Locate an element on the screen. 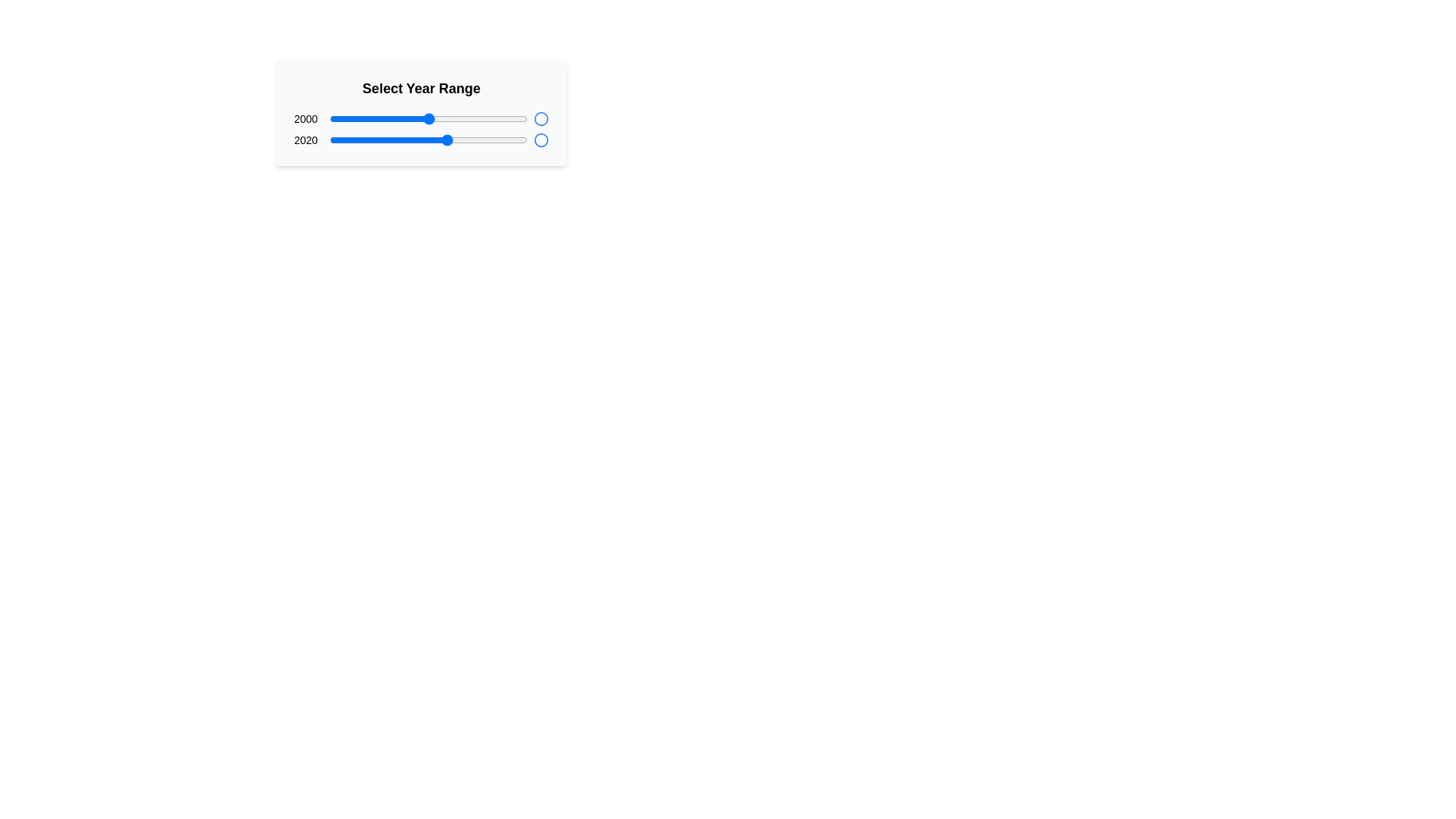 This screenshot has width=1456, height=819. the year slider is located at coordinates (340, 140).